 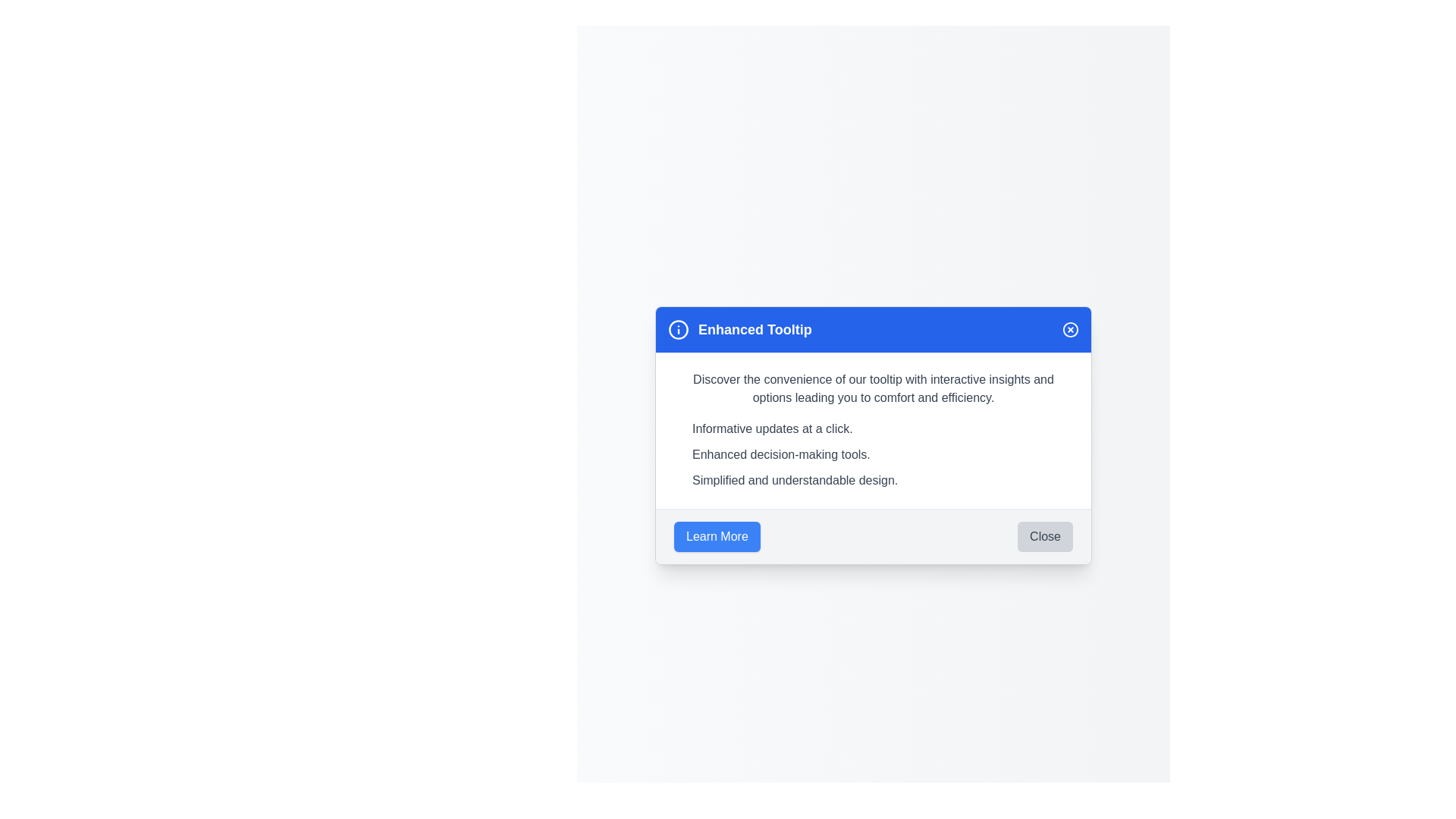 I want to click on the 'Enhanced Tooltip' text with the information icon, located in the blue header area of the card, so click(x=739, y=328).